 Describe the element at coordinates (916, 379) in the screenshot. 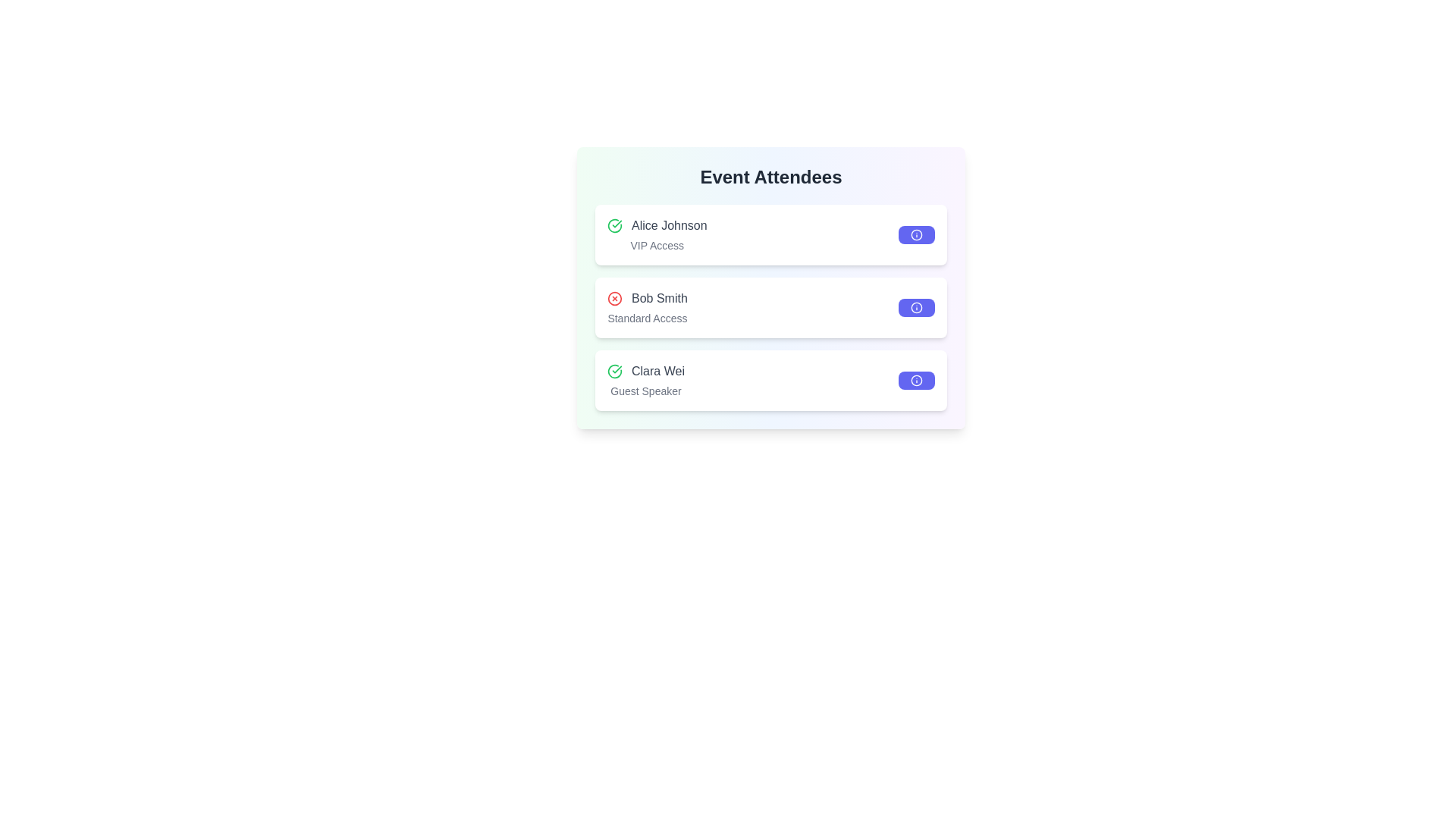

I see `the 'info' button for Clara Wei to view their details` at that location.